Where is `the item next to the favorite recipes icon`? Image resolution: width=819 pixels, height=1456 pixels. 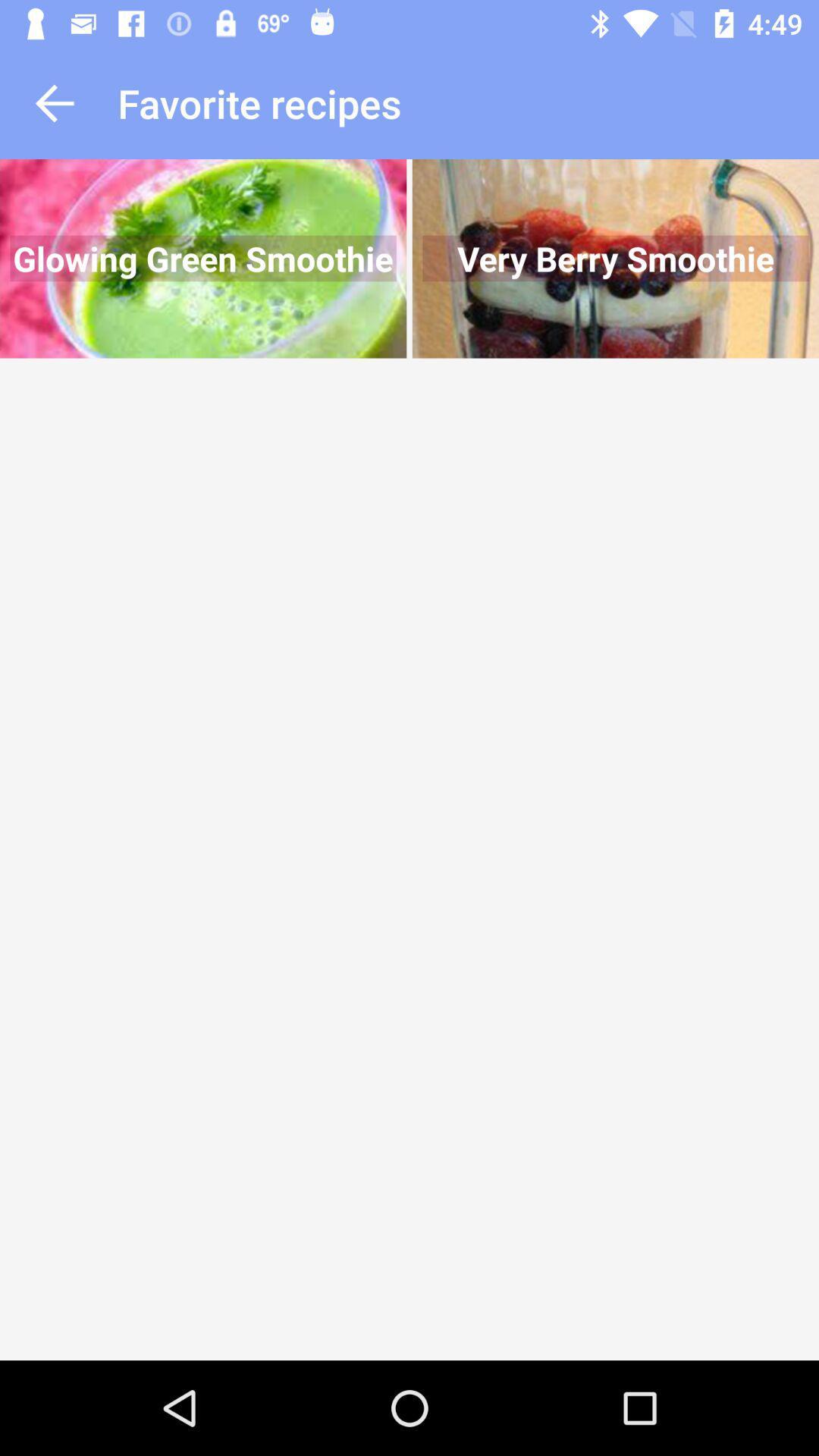
the item next to the favorite recipes icon is located at coordinates (54, 102).